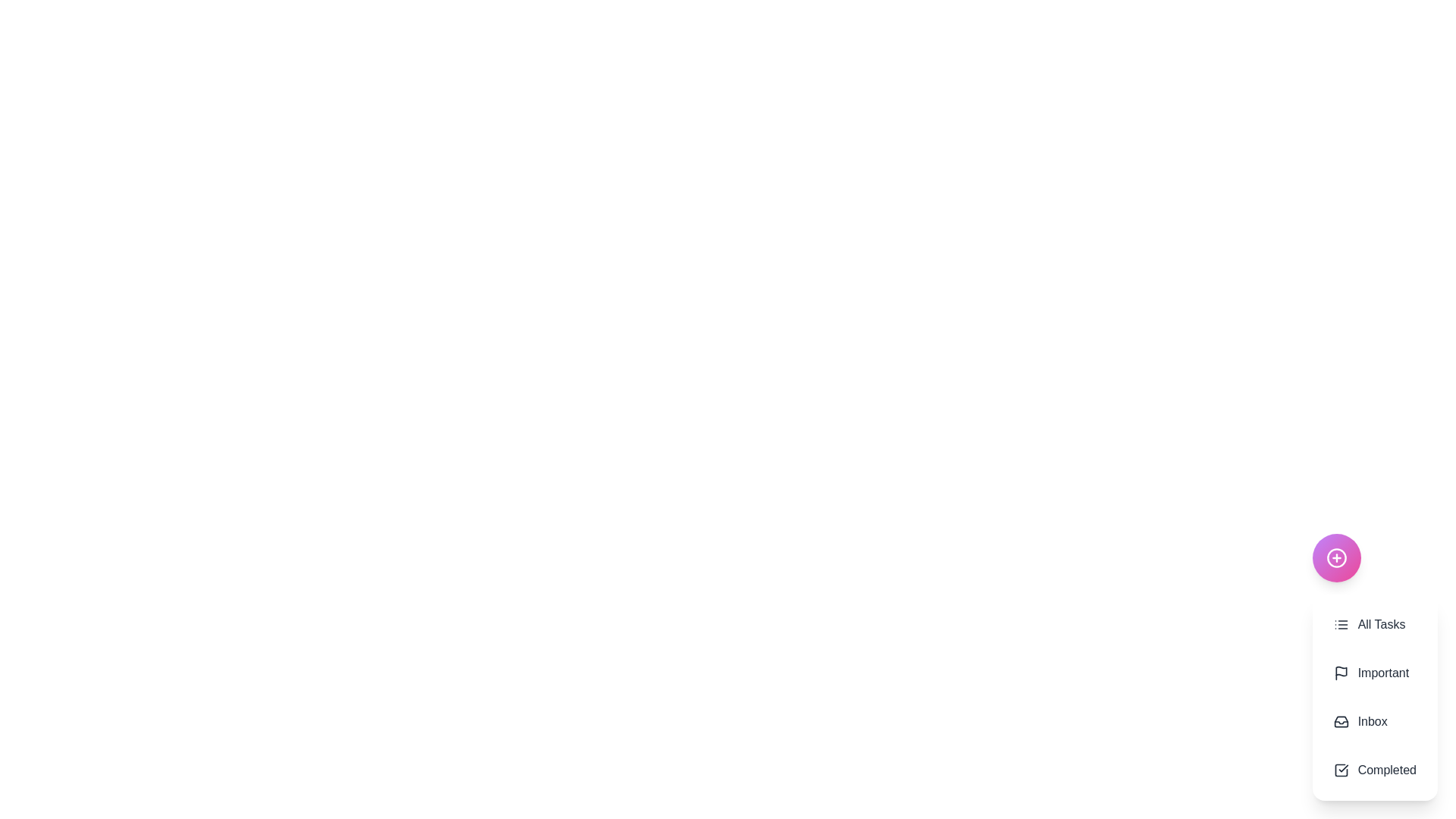 The height and width of the screenshot is (819, 1456). I want to click on the action category Important from the menu, so click(1375, 672).